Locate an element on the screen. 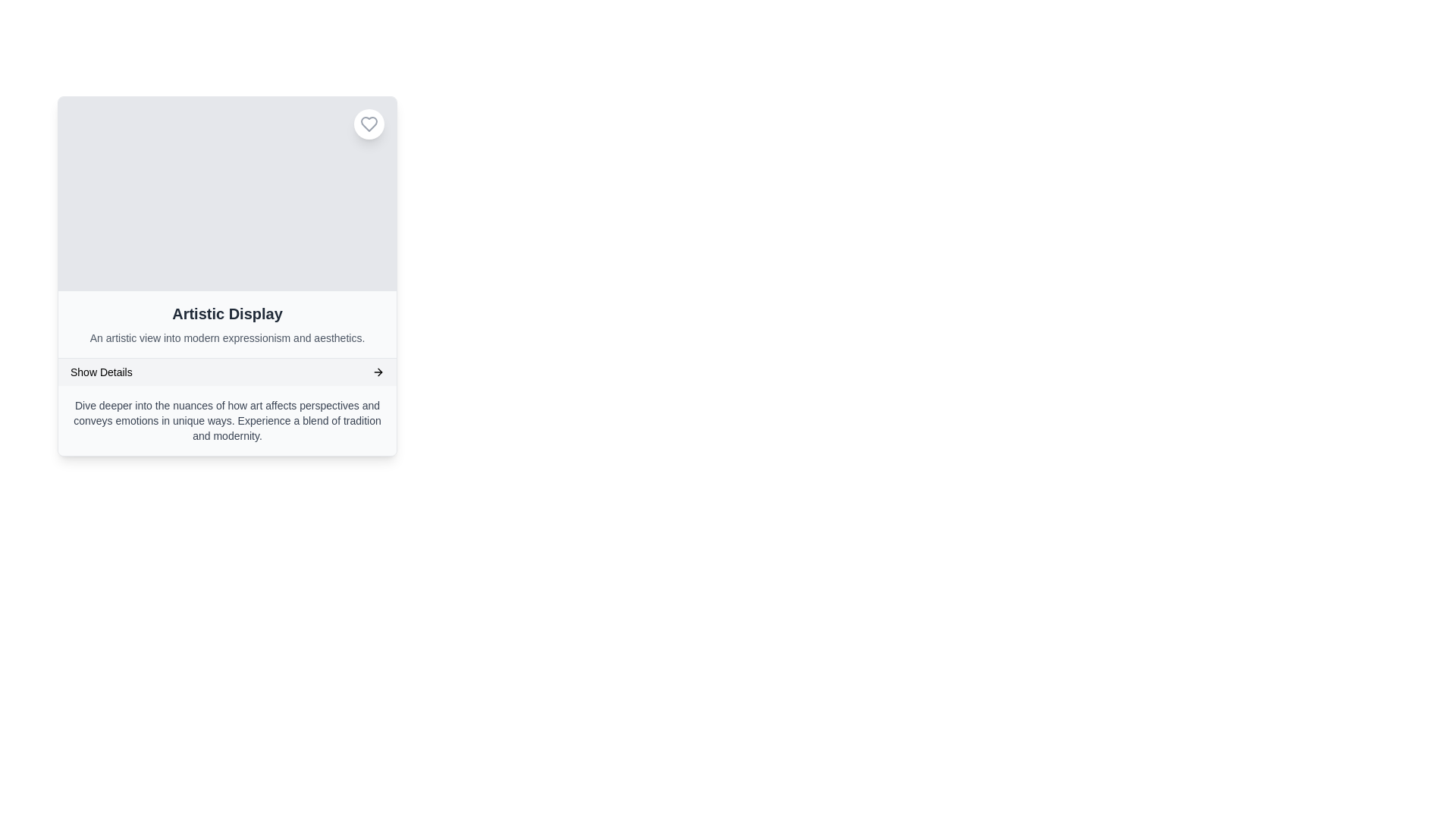  the Text Block located at the bottom of the 'Artistic Display' card, which provides supplementary descriptive information about its artistic themes is located at coordinates (226, 421).